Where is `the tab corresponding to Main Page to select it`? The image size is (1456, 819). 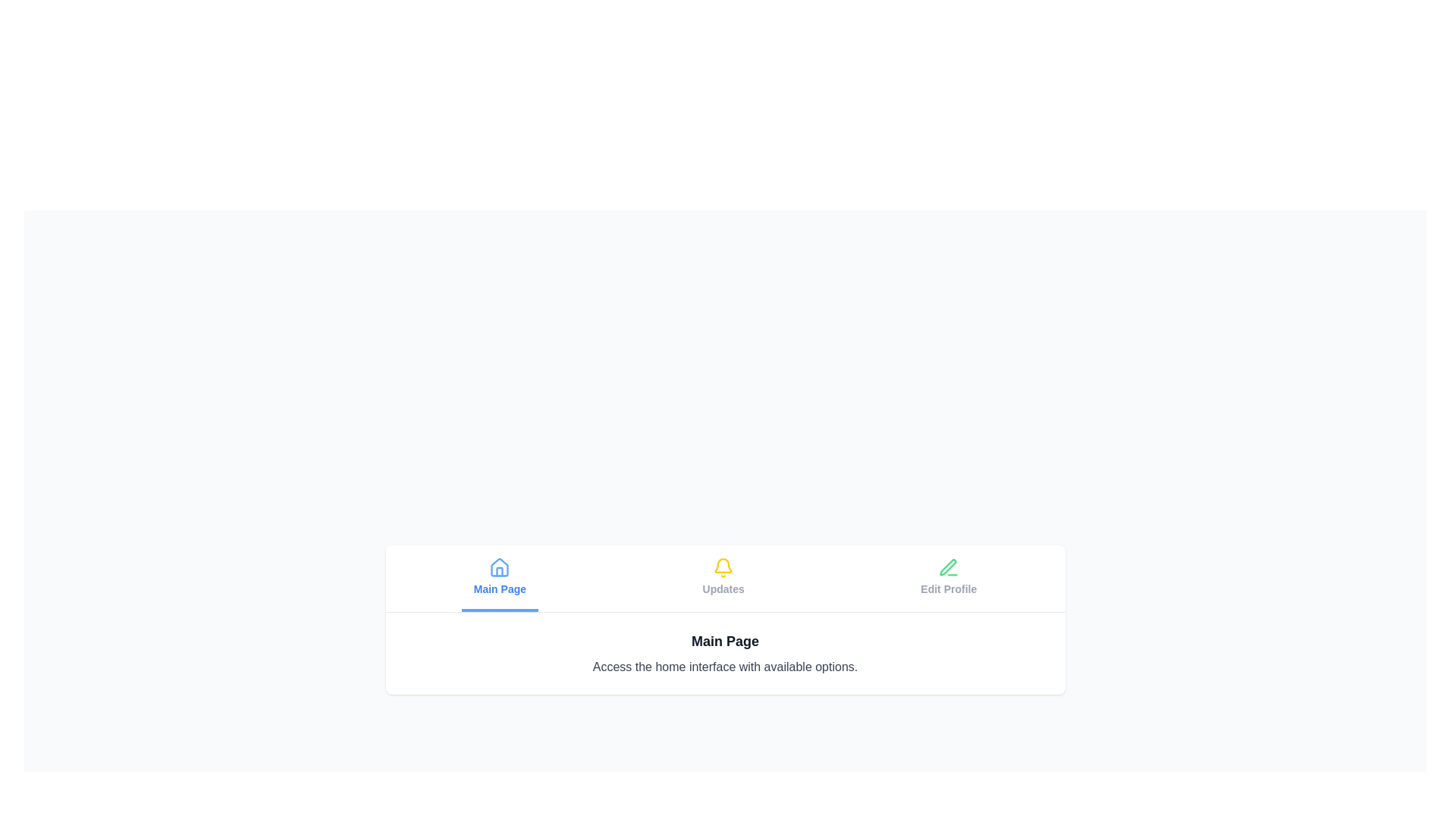 the tab corresponding to Main Page to select it is located at coordinates (500, 578).